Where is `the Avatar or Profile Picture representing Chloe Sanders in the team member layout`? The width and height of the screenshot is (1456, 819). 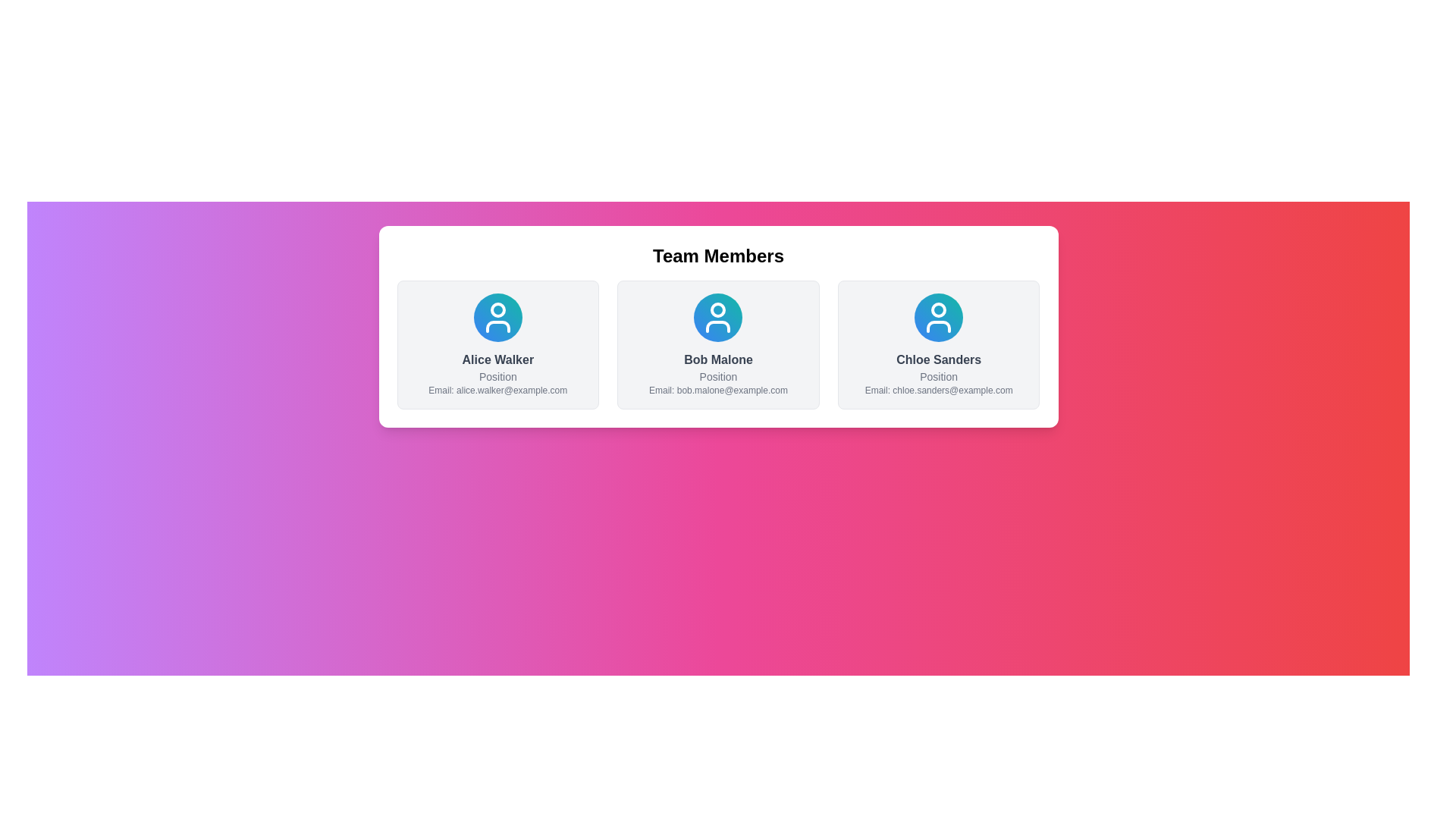 the Avatar or Profile Picture representing Chloe Sanders in the team member layout is located at coordinates (938, 317).